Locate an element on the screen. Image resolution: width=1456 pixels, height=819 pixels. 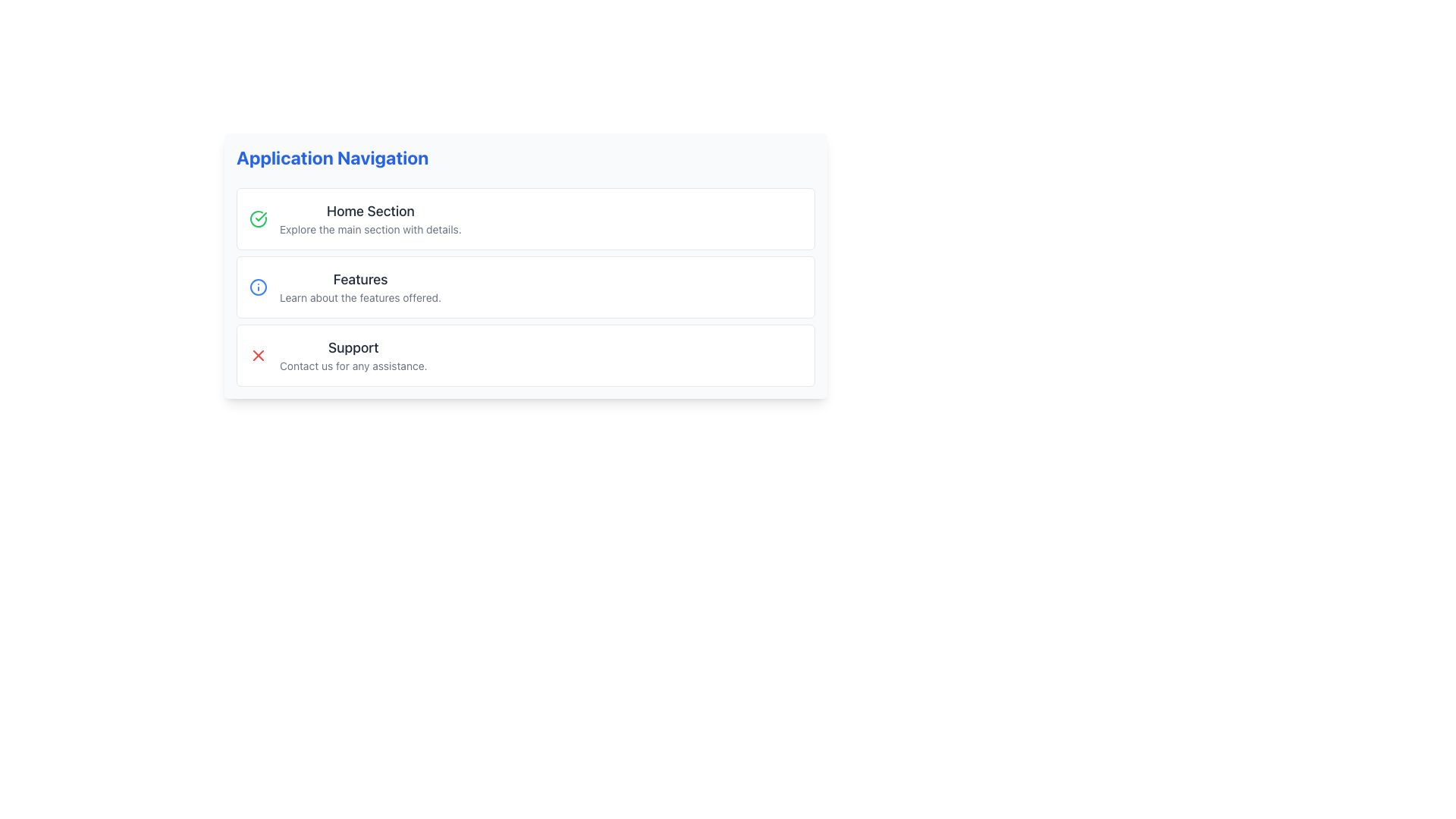
the 'Features' hyperlink which is styled as a medium-sized, bold, dark gray text link that turns blue on hover is located at coordinates (359, 279).